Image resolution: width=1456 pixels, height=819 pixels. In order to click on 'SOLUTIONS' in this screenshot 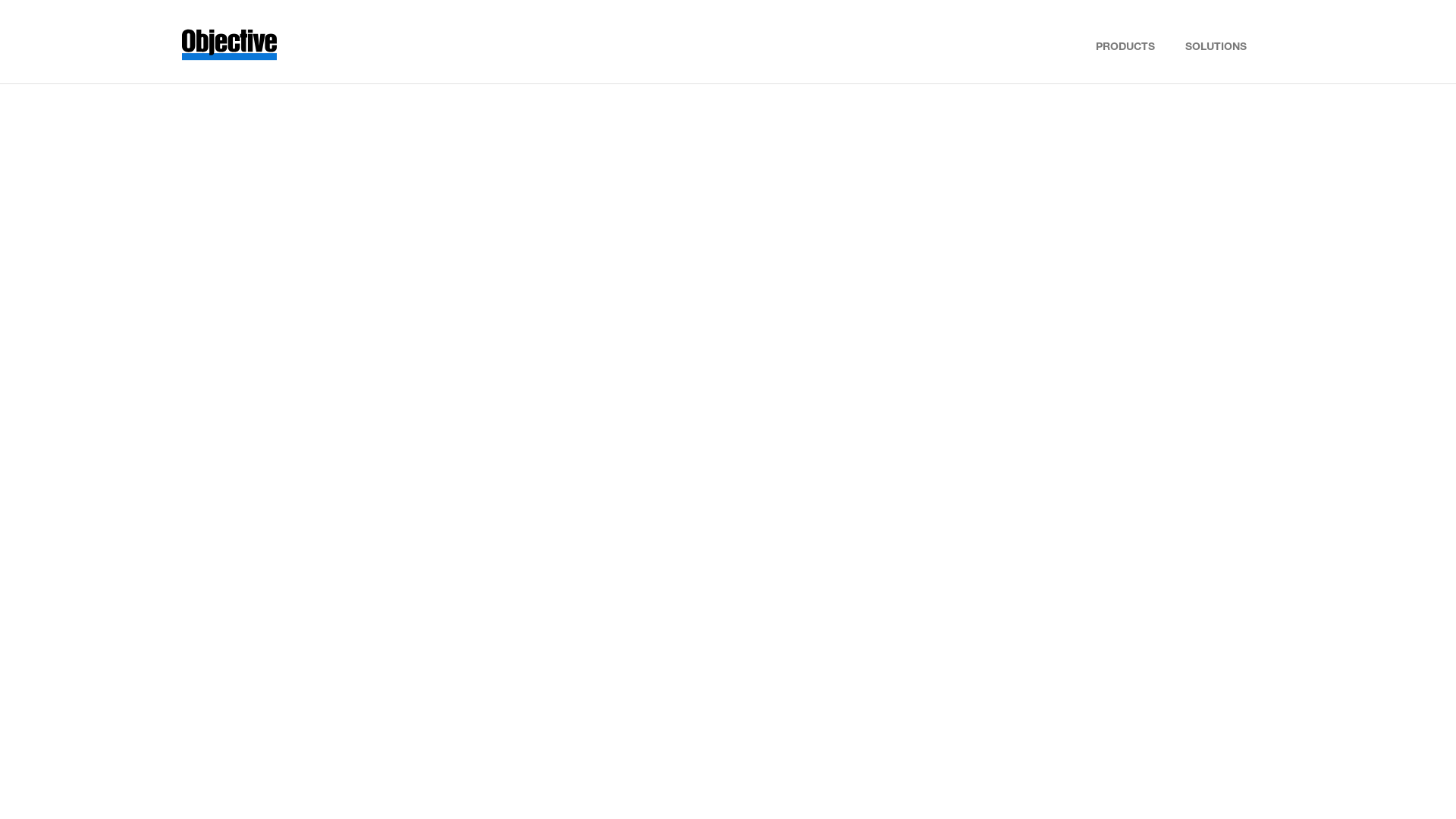, I will do `click(1216, 42)`.